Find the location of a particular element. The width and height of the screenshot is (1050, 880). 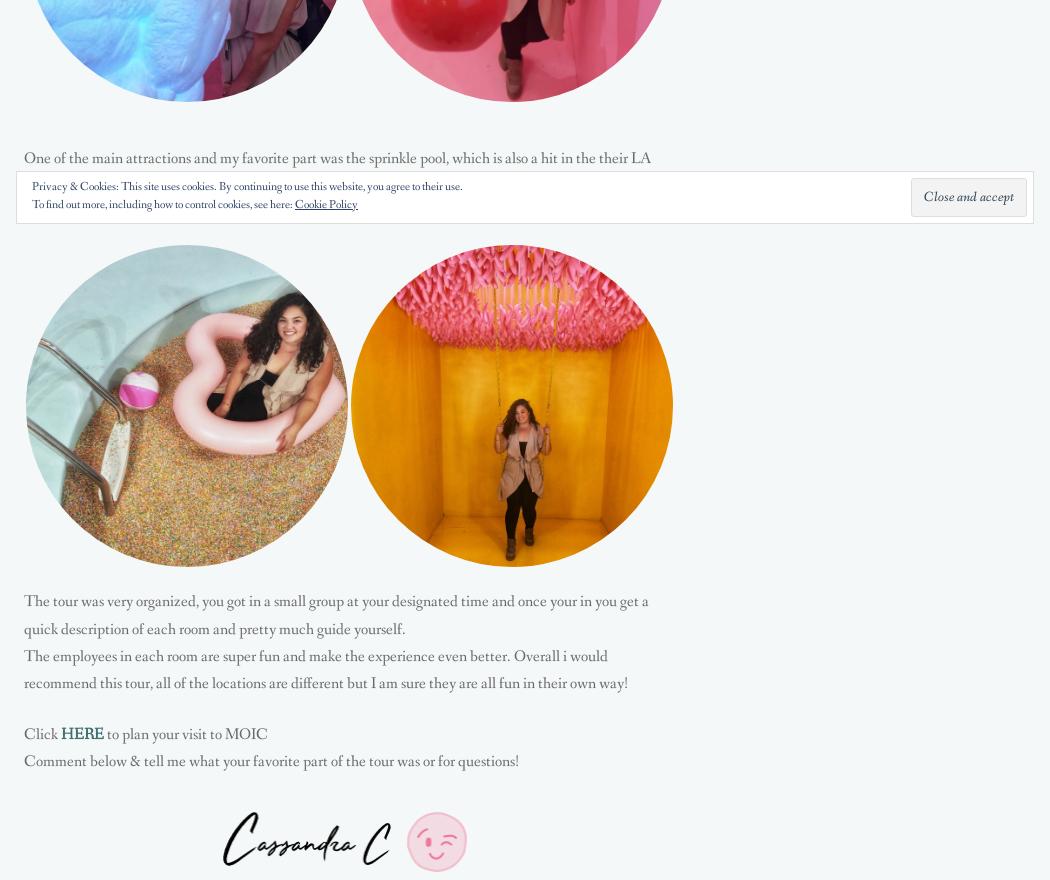

'The employees in each room are super fun and make the experience even better. Overall i would recommend this tour, all of the locations are different but I am sure they are all fun in their own way!' is located at coordinates (326, 667).